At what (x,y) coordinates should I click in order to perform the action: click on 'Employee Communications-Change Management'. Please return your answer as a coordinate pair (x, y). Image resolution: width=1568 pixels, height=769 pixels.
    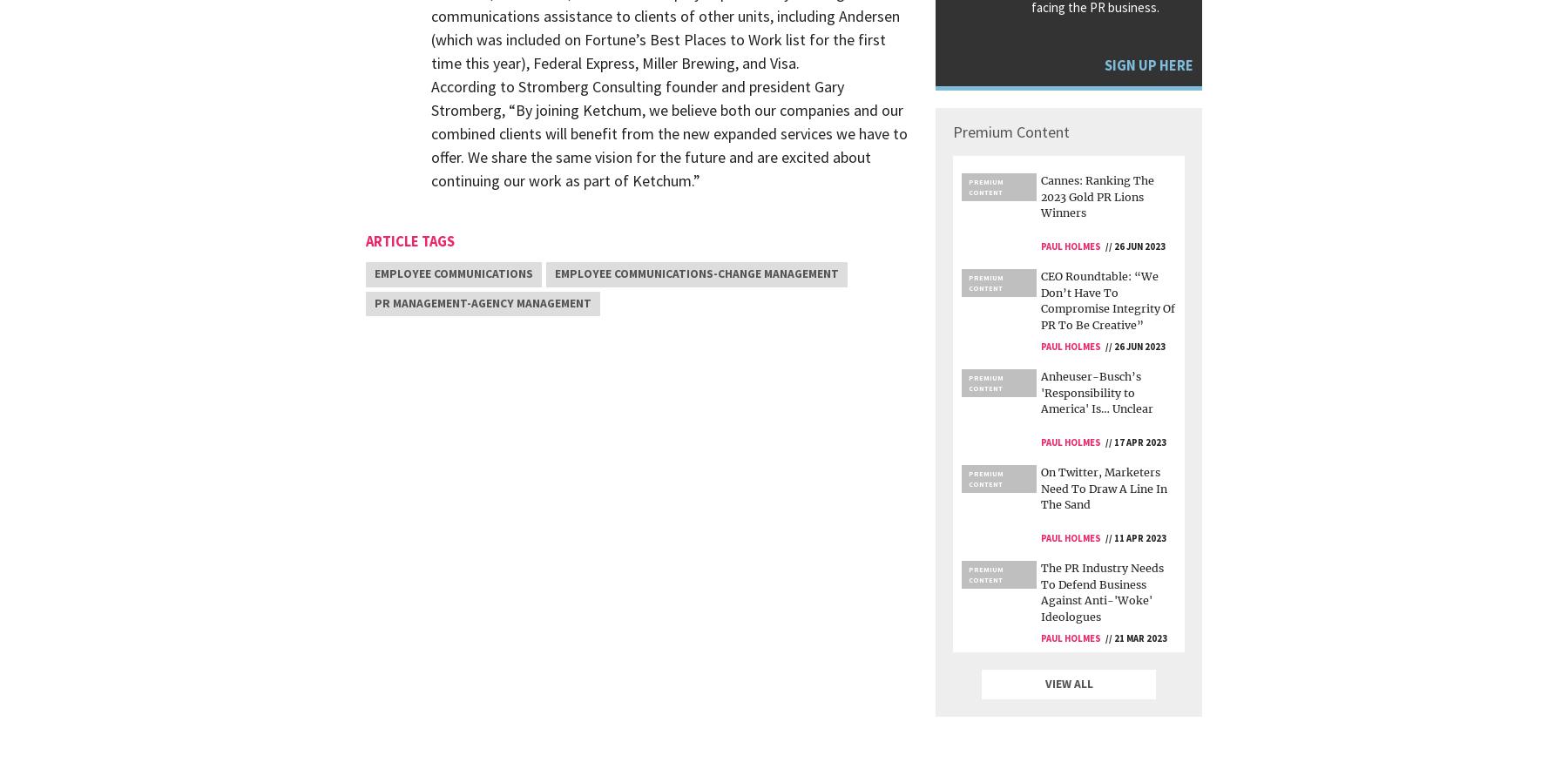
    Looking at the image, I should click on (555, 273).